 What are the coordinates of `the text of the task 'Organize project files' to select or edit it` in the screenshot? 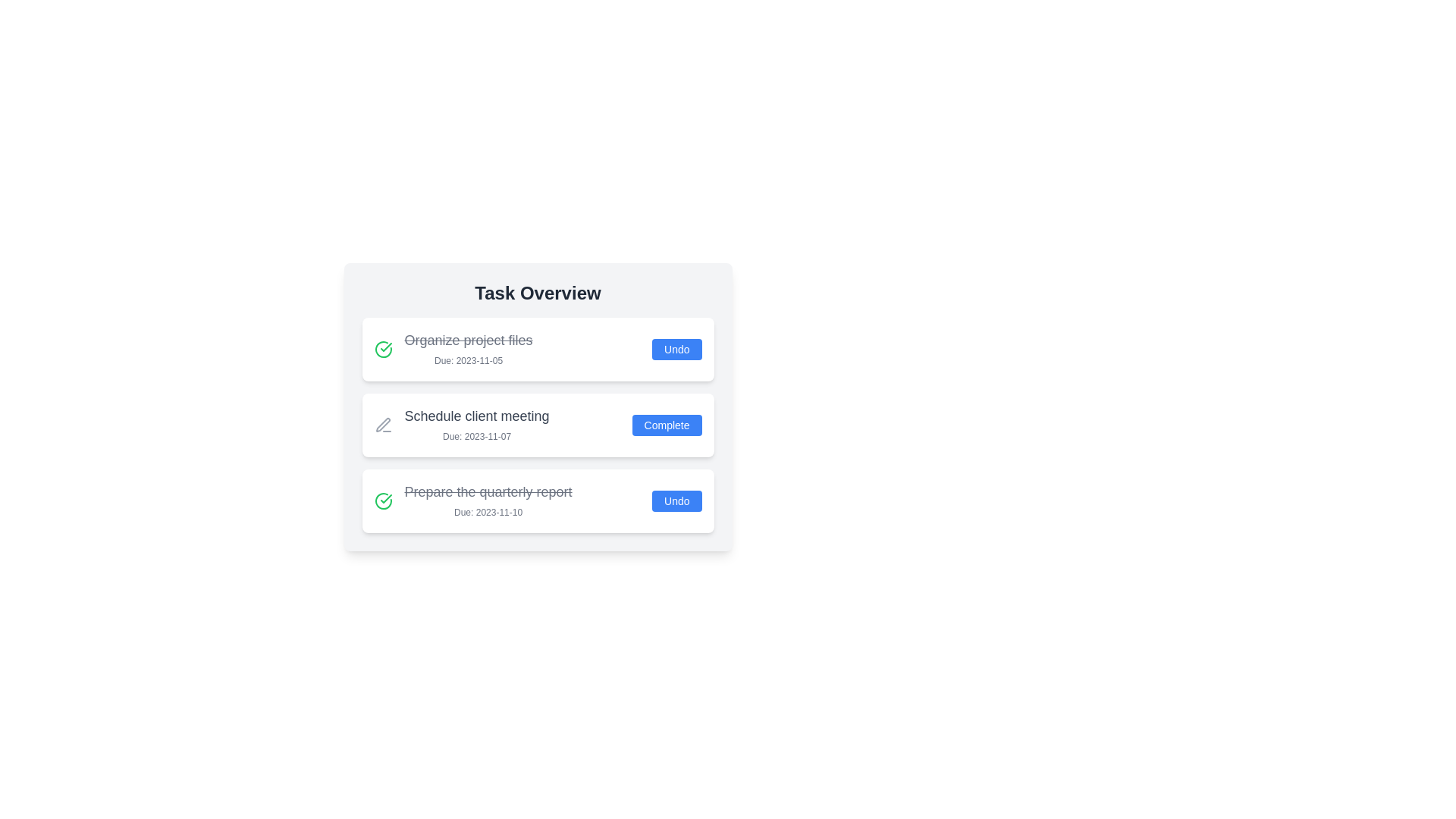 It's located at (468, 339).